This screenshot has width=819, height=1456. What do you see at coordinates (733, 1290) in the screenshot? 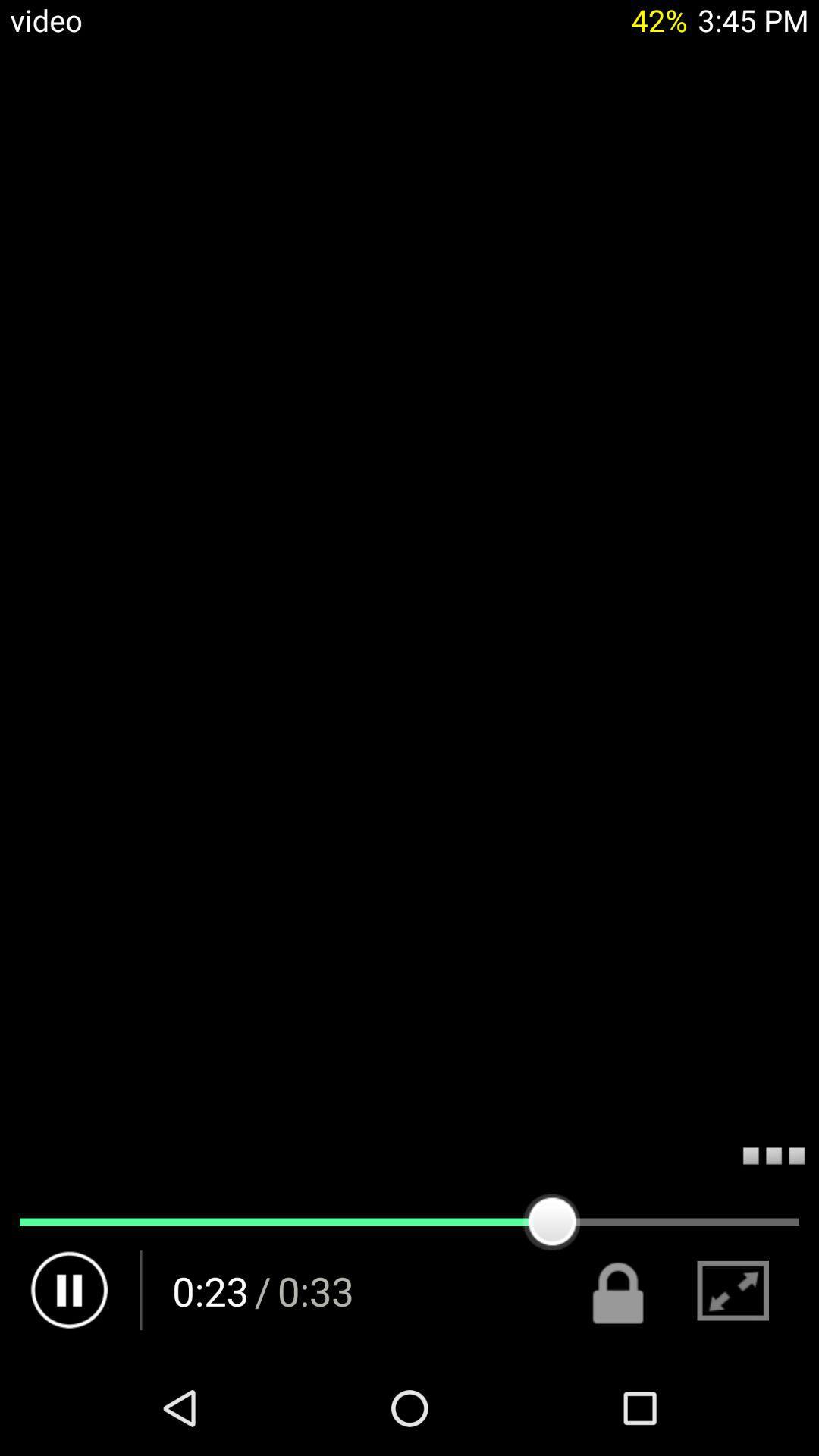
I see `the icon next to the lock icon` at bounding box center [733, 1290].